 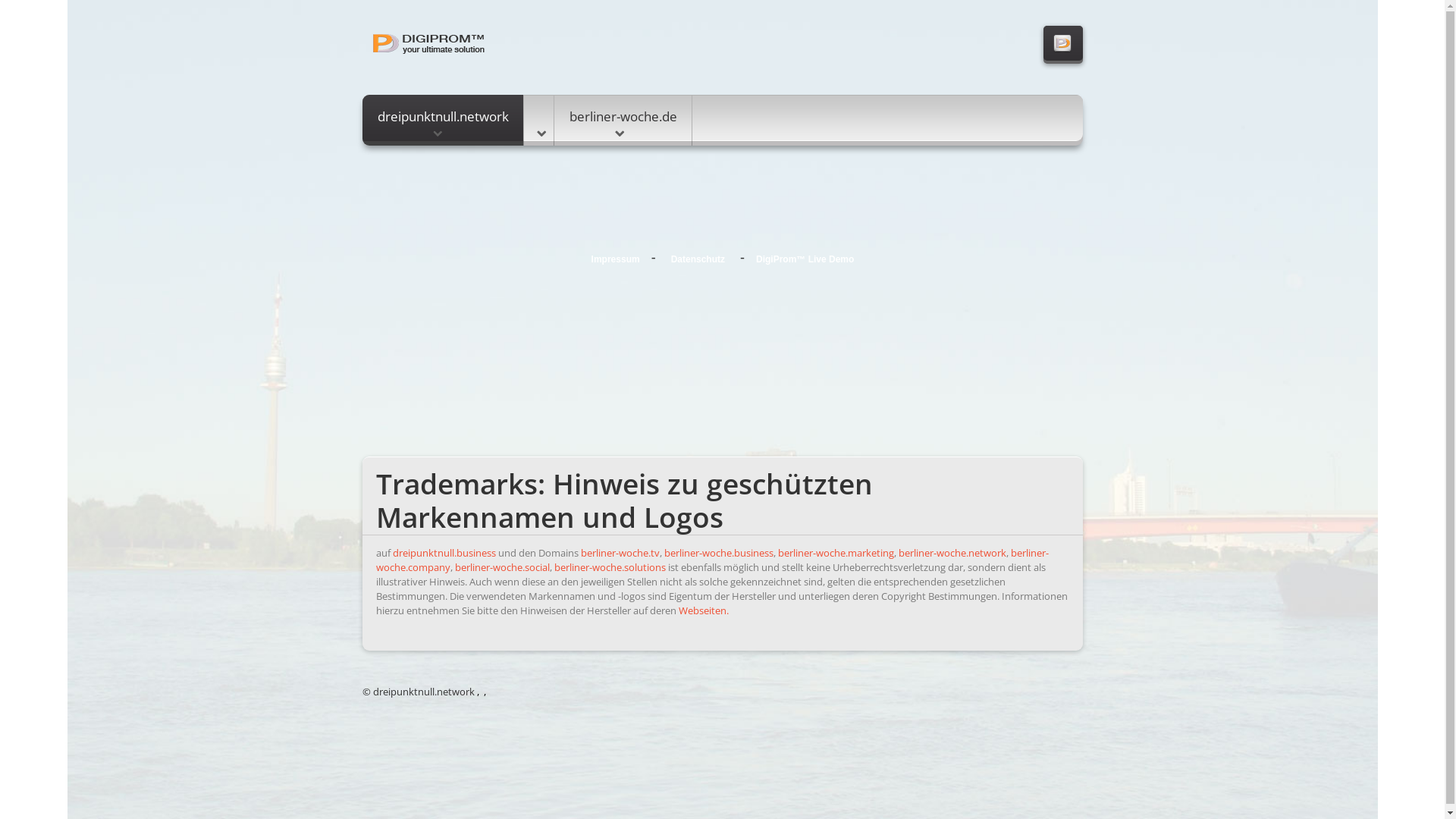 What do you see at coordinates (393, 553) in the screenshot?
I see `'dreipunktnull.business'` at bounding box center [393, 553].